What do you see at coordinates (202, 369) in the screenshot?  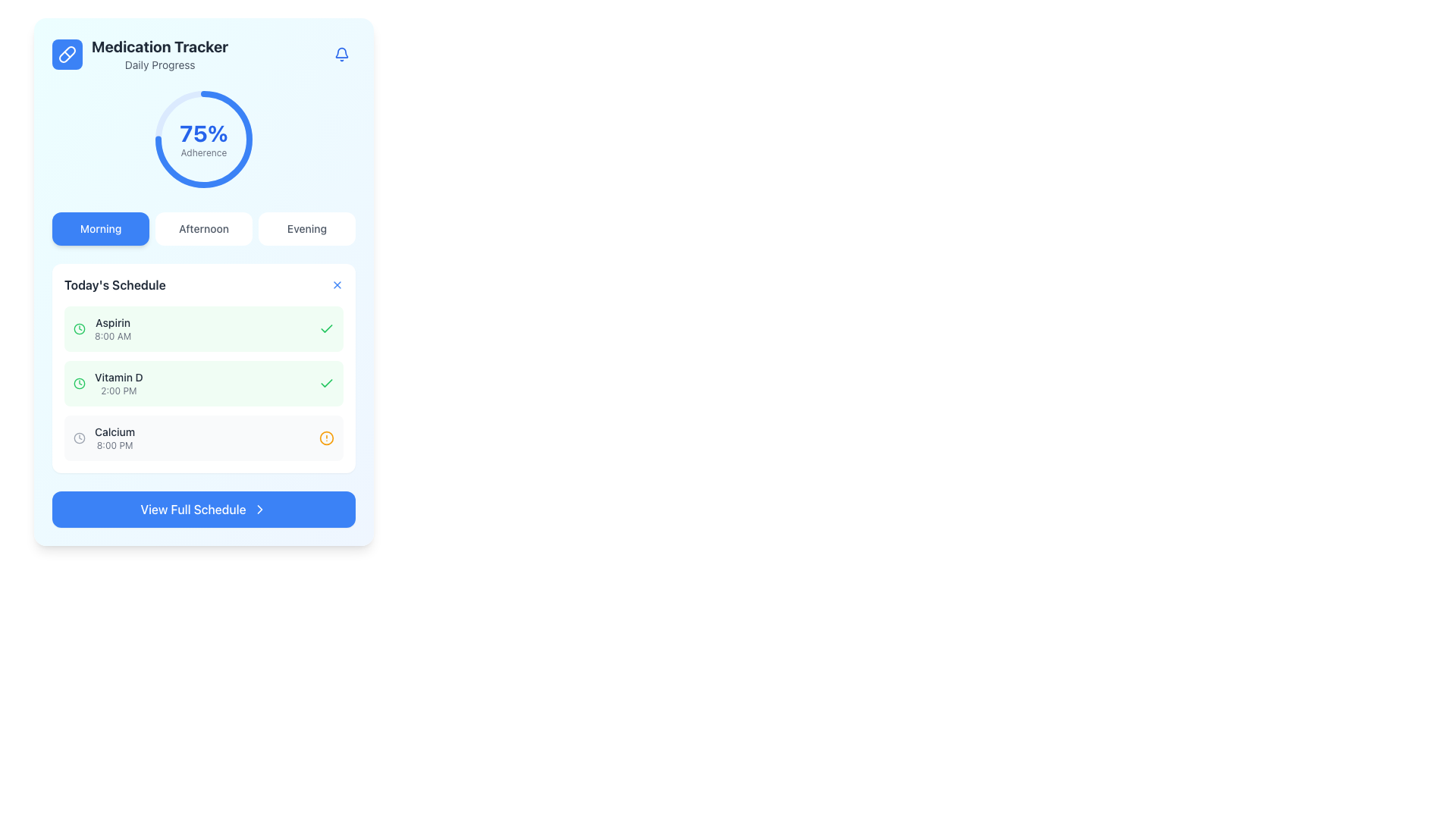 I see `medication details from the second Information card in the 'Today's Schedule' section, which displays 'Vitamin D' and the time '2:00 PM'` at bounding box center [202, 369].